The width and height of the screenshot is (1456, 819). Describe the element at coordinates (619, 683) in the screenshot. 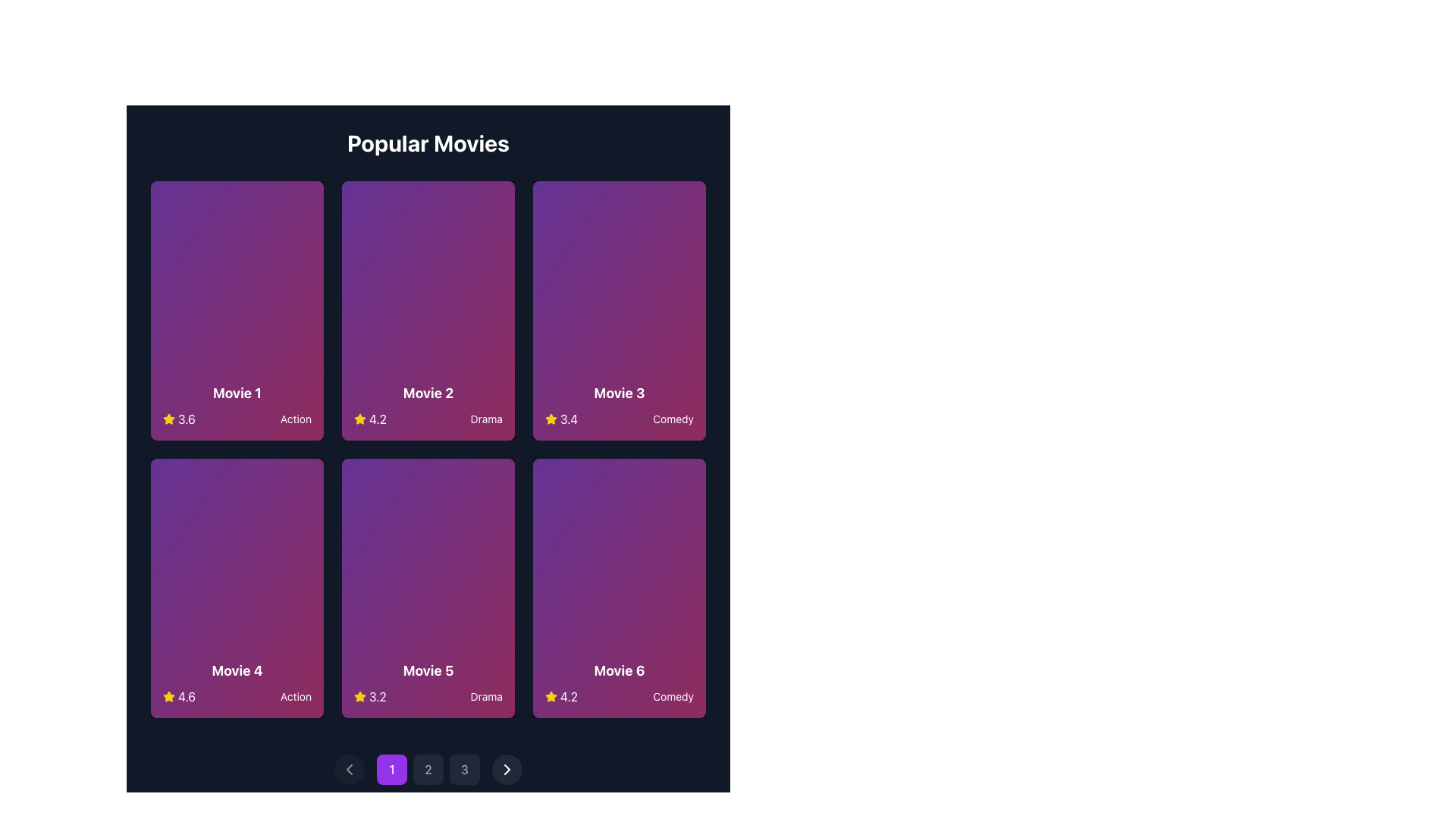

I see `the informational element at the bottom of the card for 'Movie 6' in the grid layout` at that location.